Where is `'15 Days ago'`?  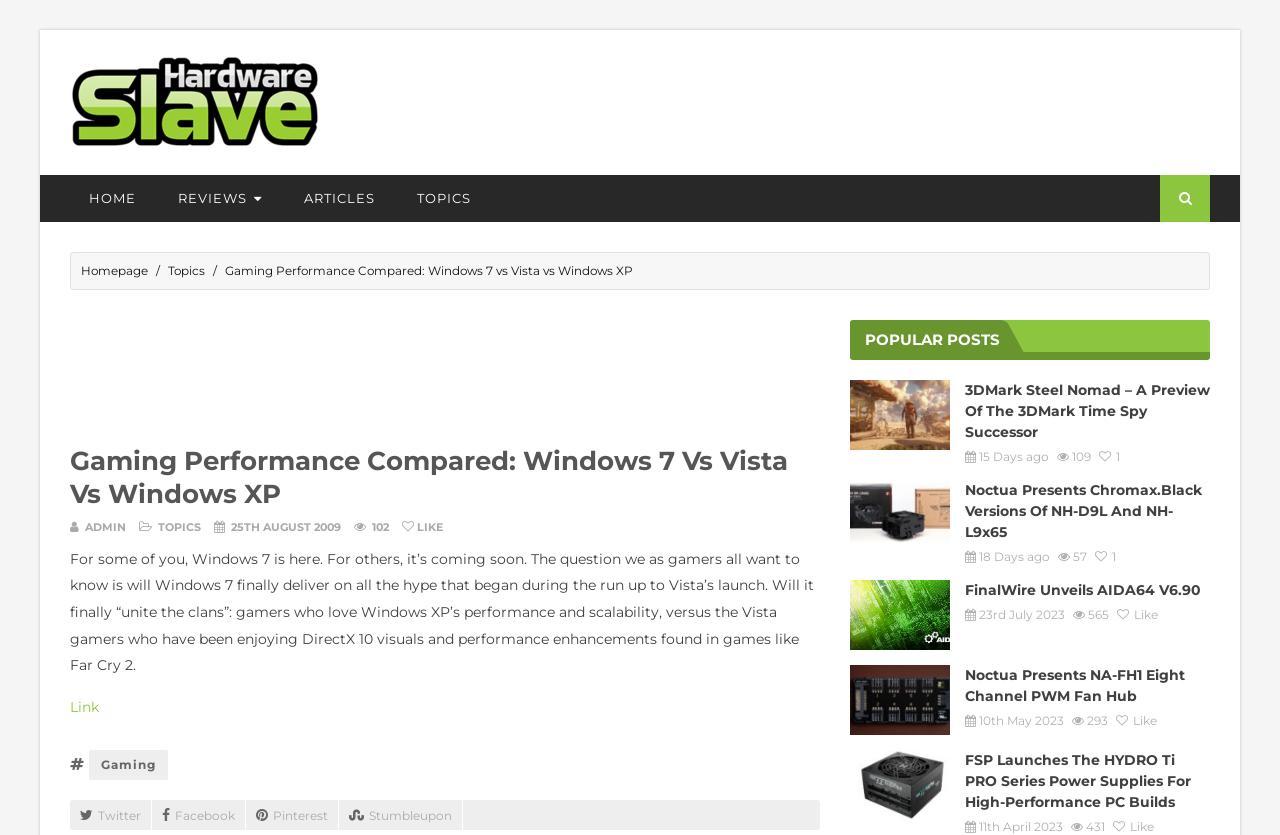
'15 Days ago' is located at coordinates (1015, 454).